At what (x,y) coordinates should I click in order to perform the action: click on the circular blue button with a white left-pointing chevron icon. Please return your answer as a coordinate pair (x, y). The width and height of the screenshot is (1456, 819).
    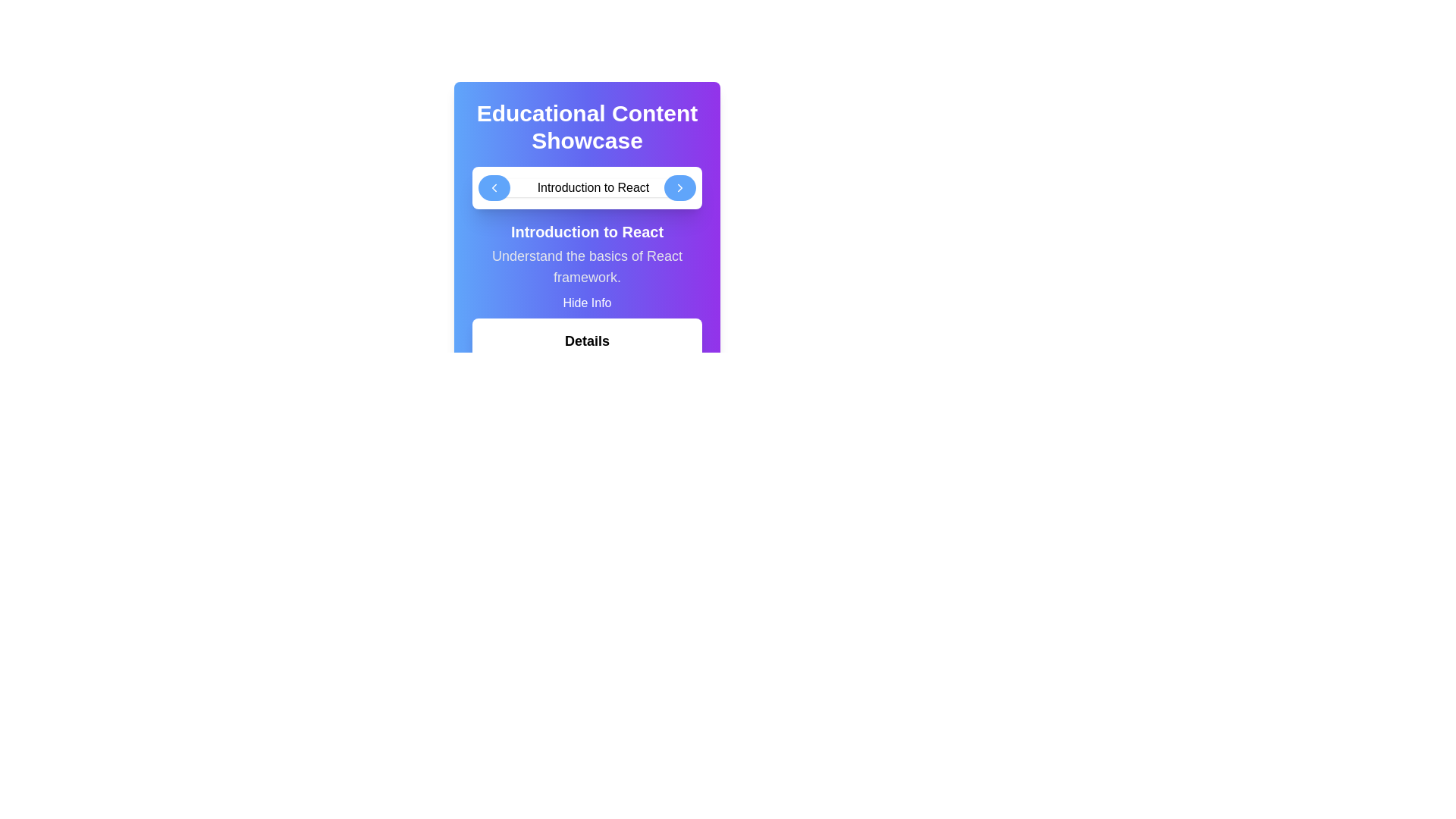
    Looking at the image, I should click on (494, 187).